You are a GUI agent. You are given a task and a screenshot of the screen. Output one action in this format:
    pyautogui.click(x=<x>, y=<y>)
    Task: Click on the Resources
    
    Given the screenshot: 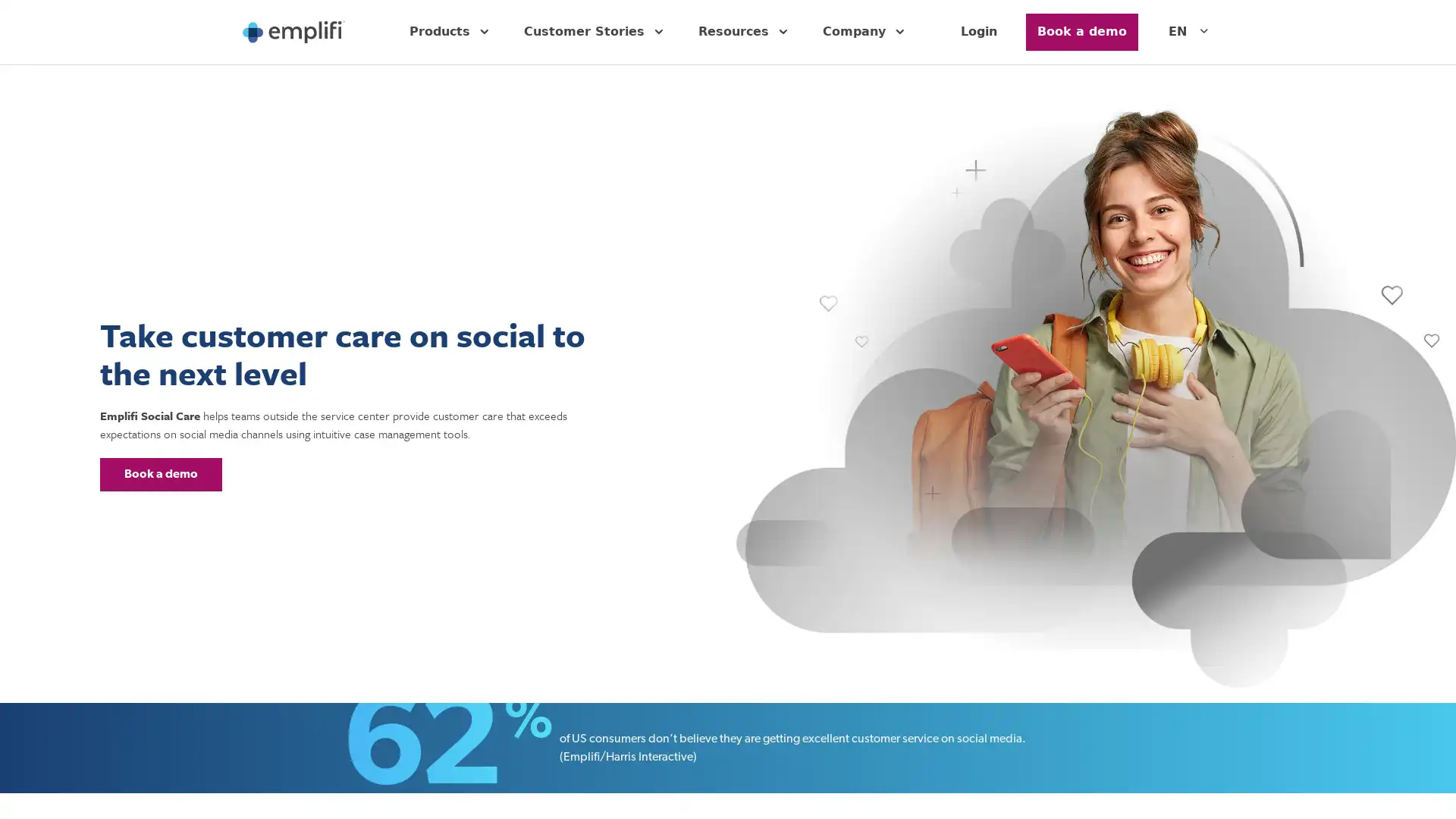 What is the action you would take?
    pyautogui.click(x=745, y=32)
    